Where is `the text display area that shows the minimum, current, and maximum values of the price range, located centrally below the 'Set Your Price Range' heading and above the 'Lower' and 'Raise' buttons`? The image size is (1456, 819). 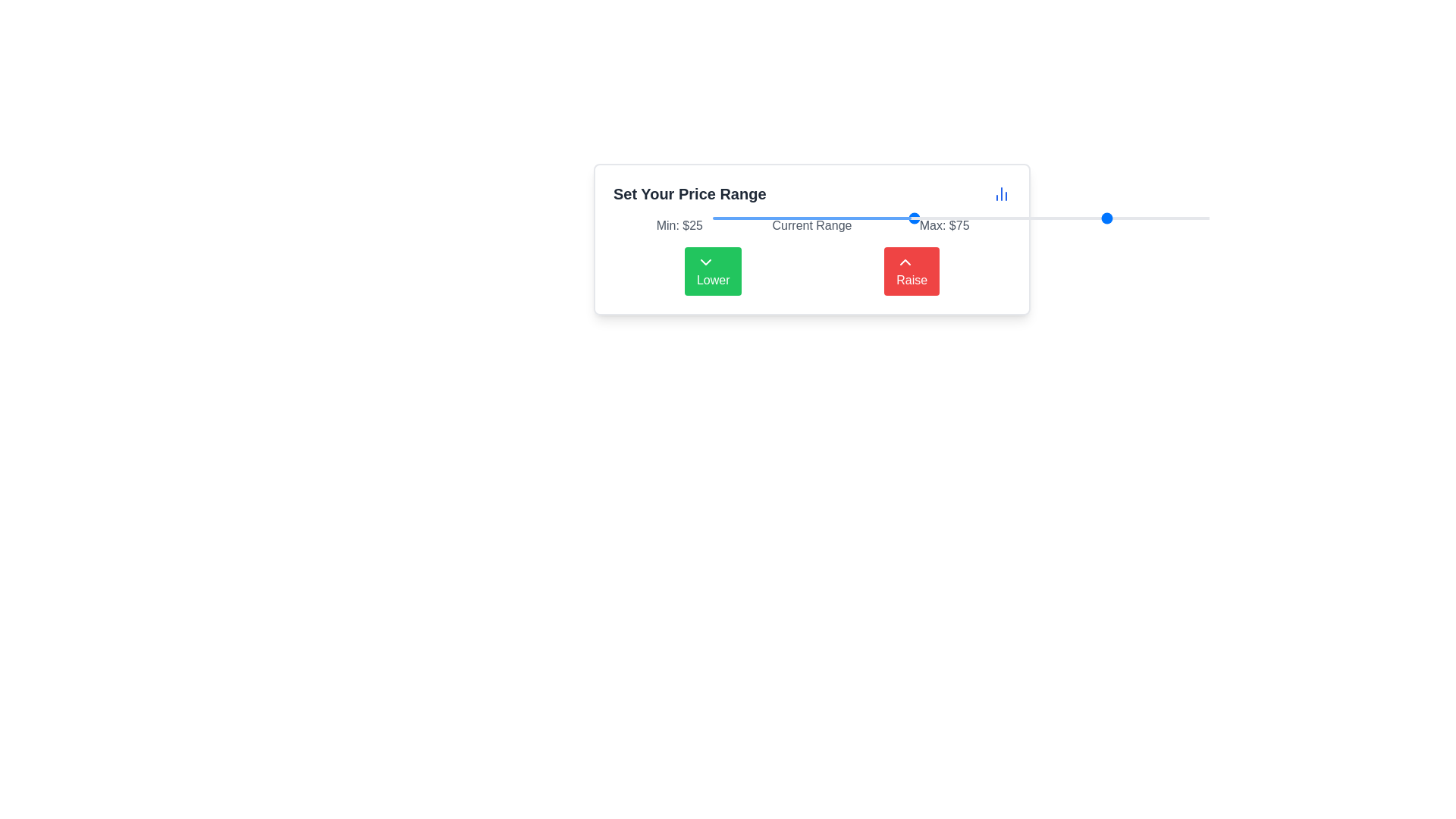 the text display area that shows the minimum, current, and maximum values of the price range, located centrally below the 'Set Your Price Range' heading and above the 'Lower' and 'Raise' buttons is located at coordinates (811, 225).